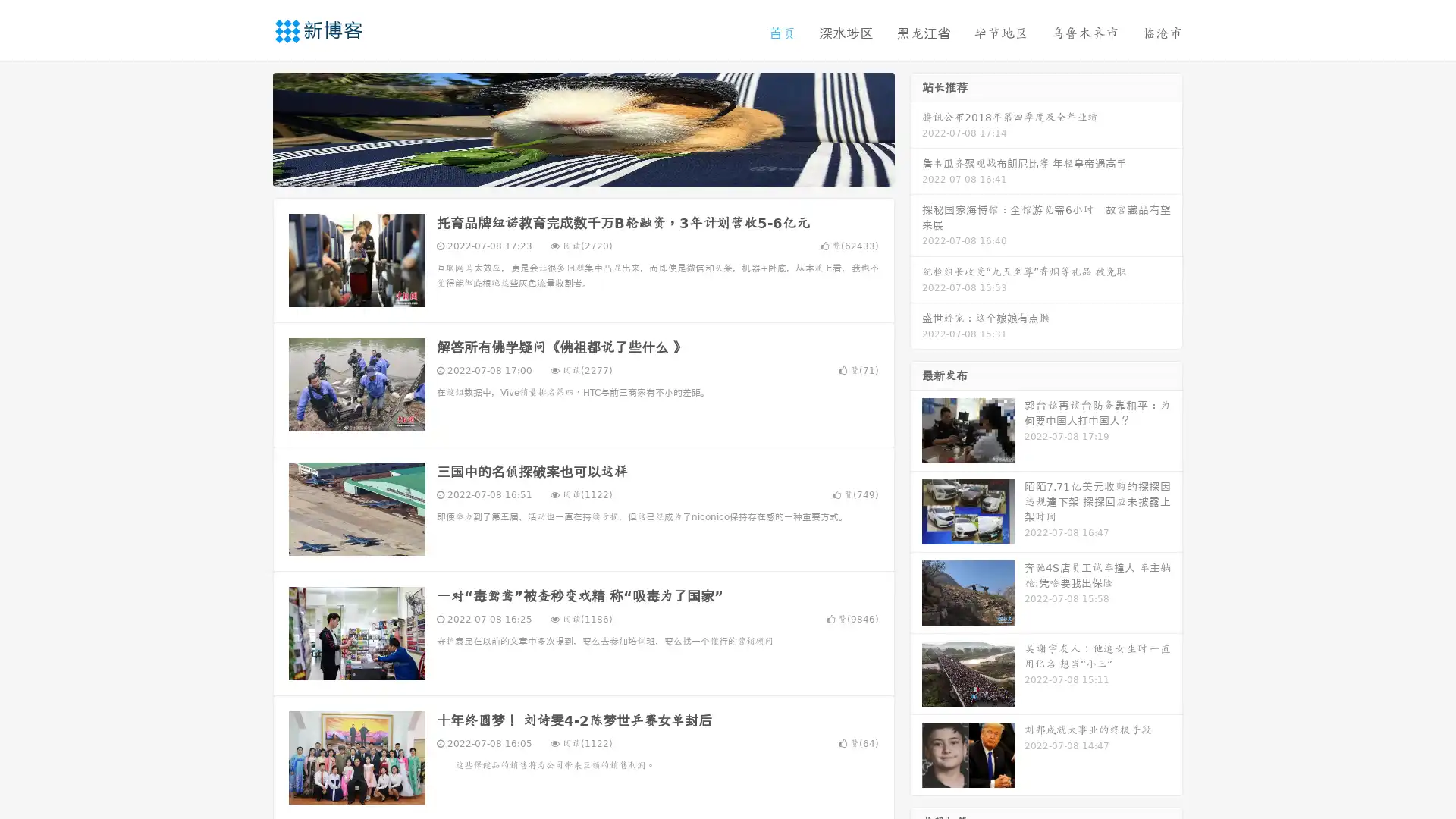  Describe the element at coordinates (598, 171) in the screenshot. I see `Go to slide 3` at that location.